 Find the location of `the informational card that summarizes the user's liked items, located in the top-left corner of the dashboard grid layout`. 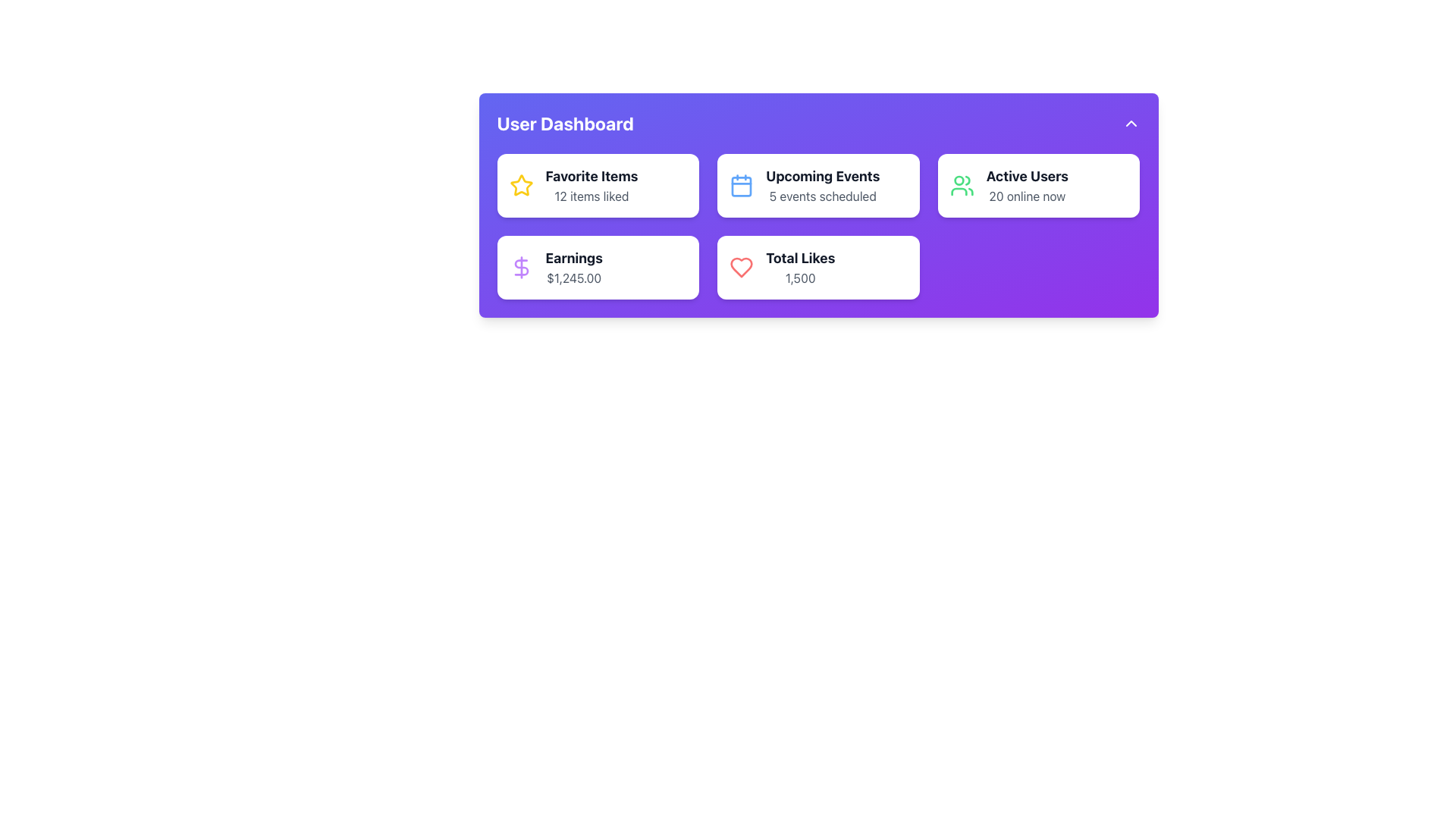

the informational card that summarizes the user's liked items, located in the top-left corner of the dashboard grid layout is located at coordinates (597, 185).